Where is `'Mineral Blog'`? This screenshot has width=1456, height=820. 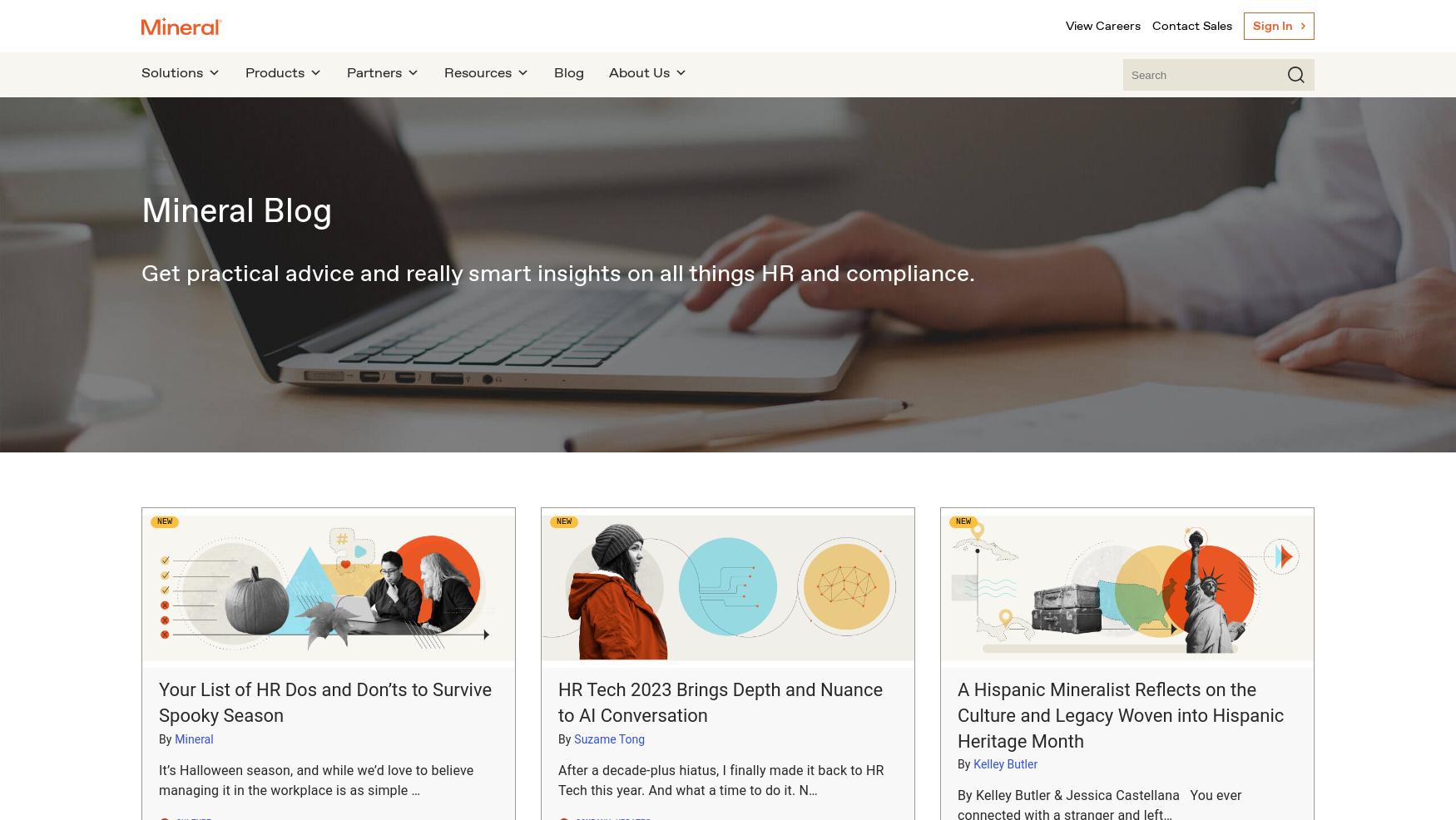
'Mineral Blog' is located at coordinates (140, 209).